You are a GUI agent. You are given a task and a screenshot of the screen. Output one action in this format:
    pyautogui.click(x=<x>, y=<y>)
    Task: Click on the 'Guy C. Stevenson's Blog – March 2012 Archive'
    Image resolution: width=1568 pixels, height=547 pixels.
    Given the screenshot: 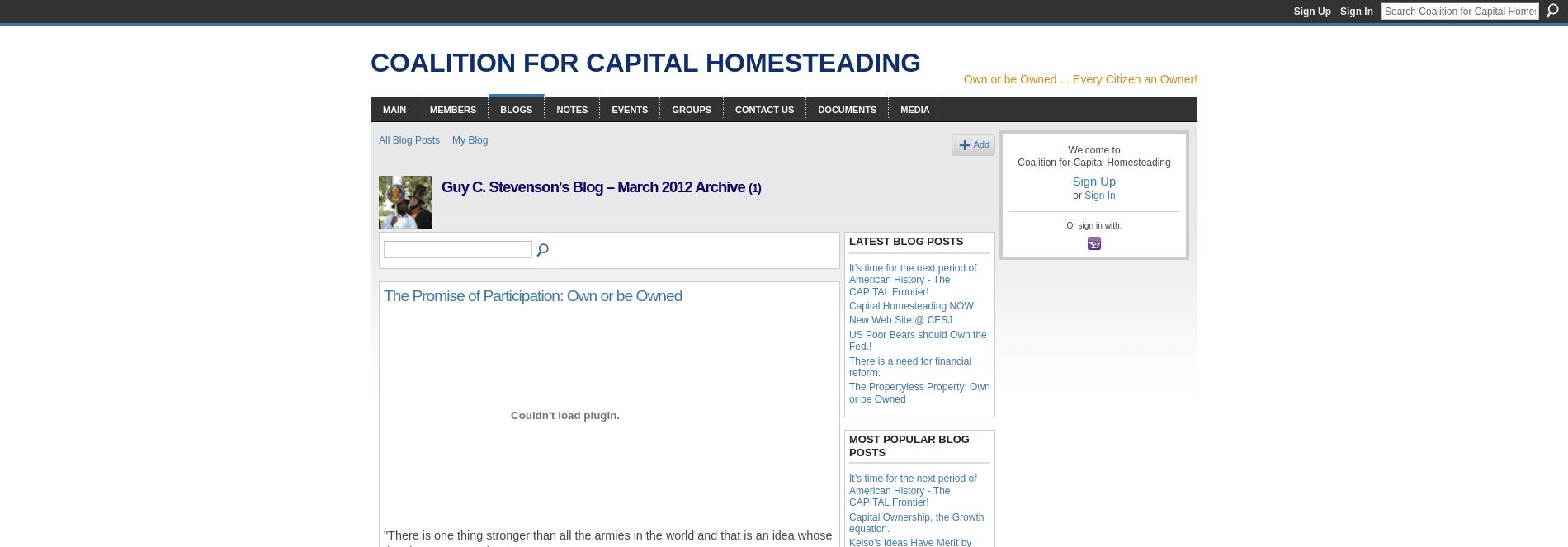 What is the action you would take?
    pyautogui.click(x=594, y=186)
    